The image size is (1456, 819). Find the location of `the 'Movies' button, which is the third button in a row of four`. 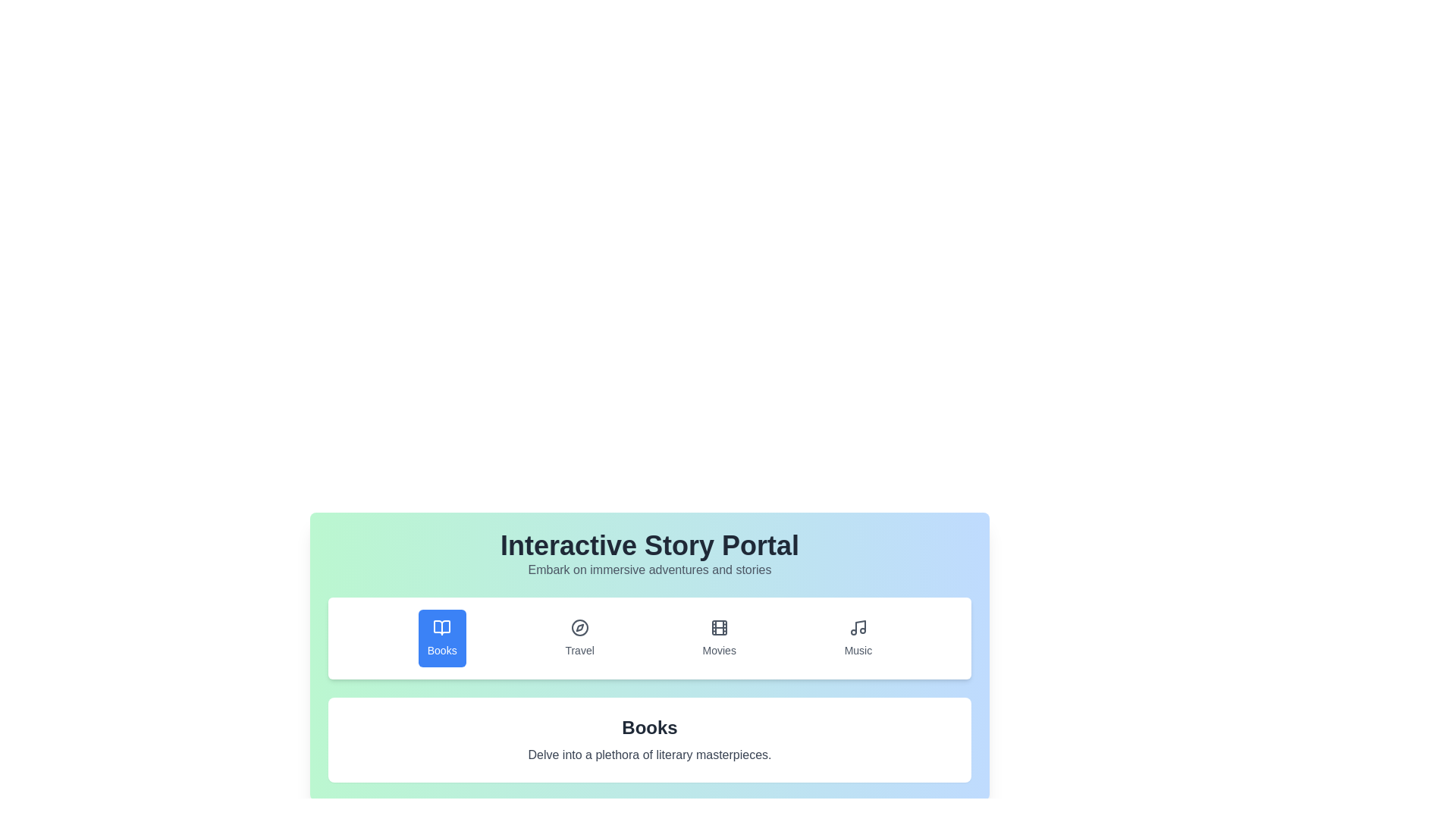

the 'Movies' button, which is the third button in a row of four is located at coordinates (718, 638).